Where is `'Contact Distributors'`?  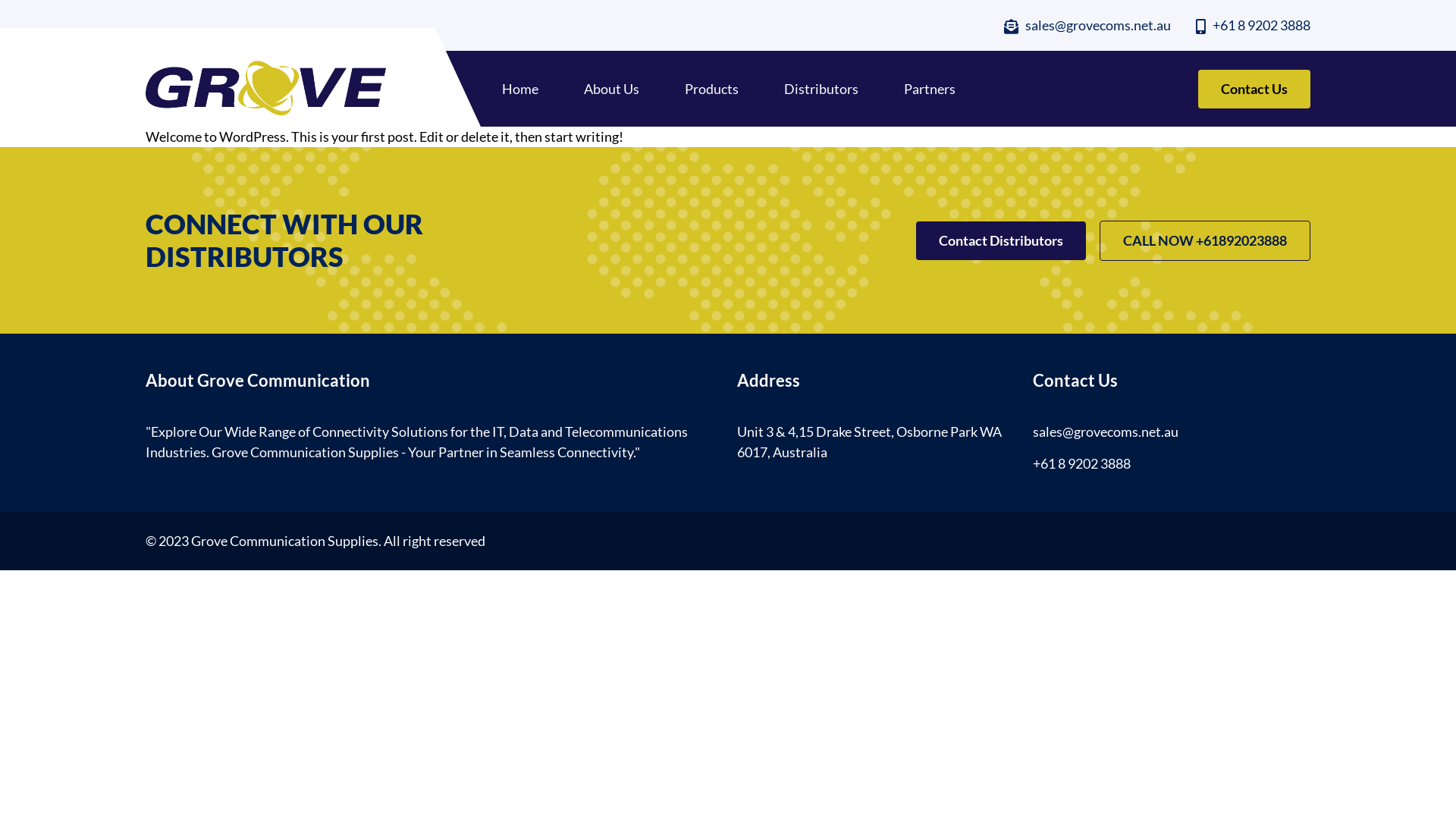 'Contact Distributors' is located at coordinates (1001, 240).